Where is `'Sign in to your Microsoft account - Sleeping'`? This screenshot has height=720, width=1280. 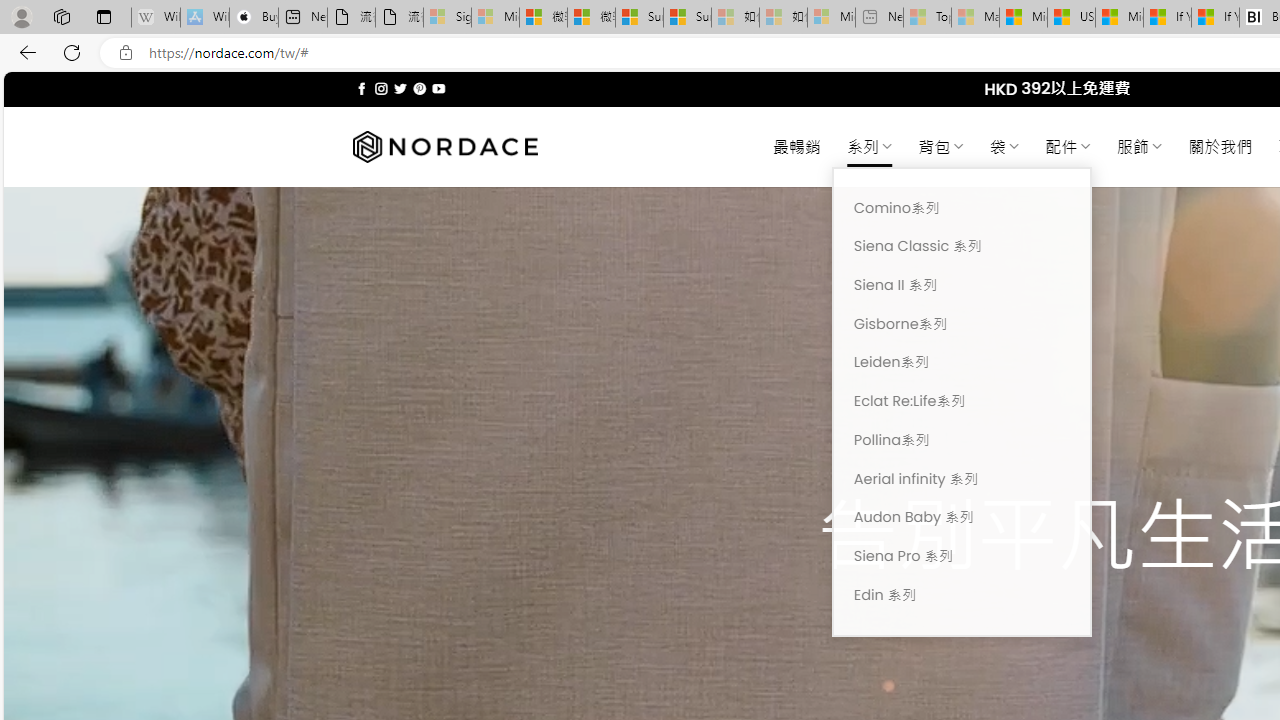 'Sign in to your Microsoft account - Sleeping' is located at coordinates (446, 17).